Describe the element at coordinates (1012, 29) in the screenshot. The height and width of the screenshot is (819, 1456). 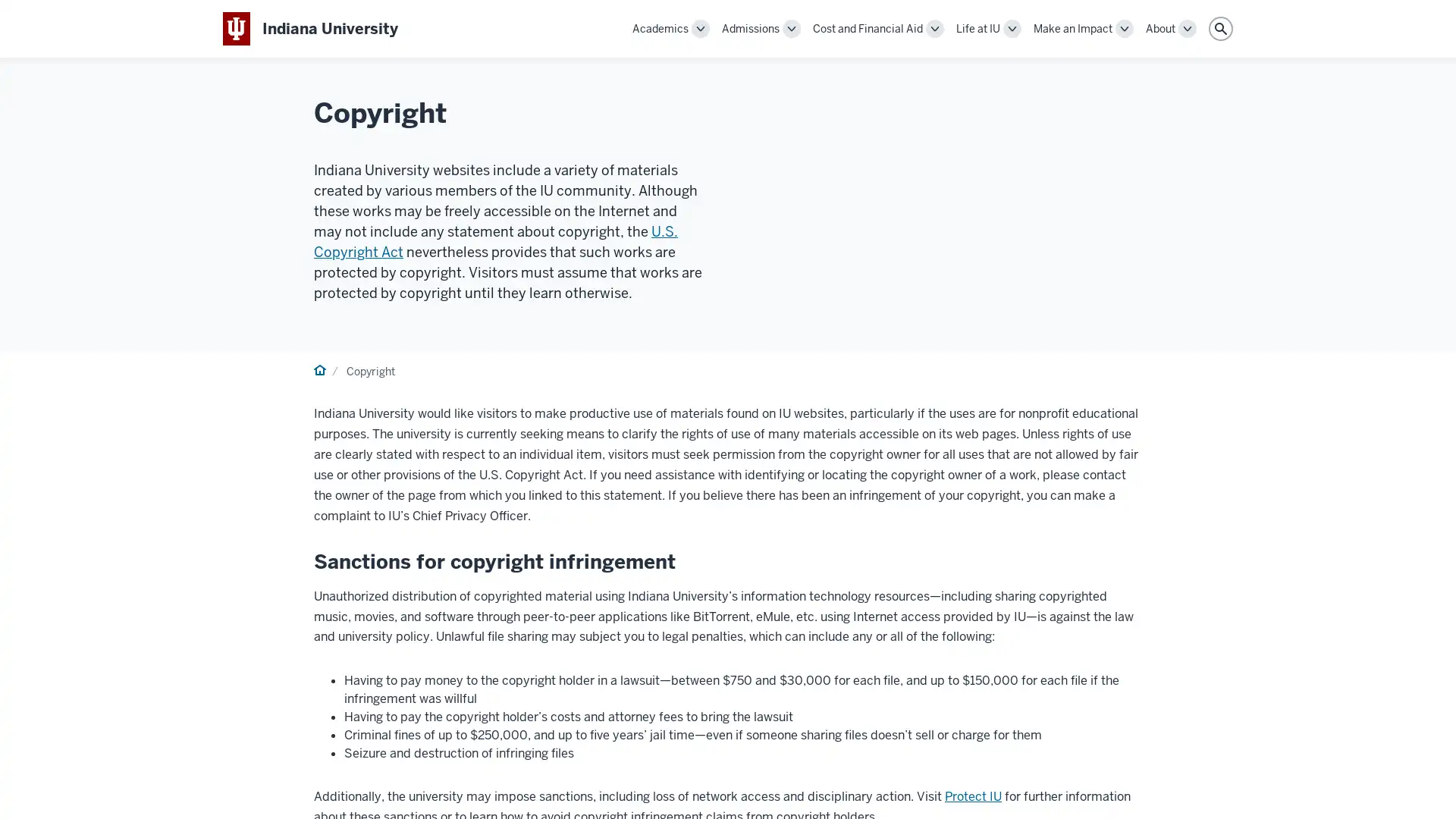
I see `Toggle Life at IU navigation` at that location.